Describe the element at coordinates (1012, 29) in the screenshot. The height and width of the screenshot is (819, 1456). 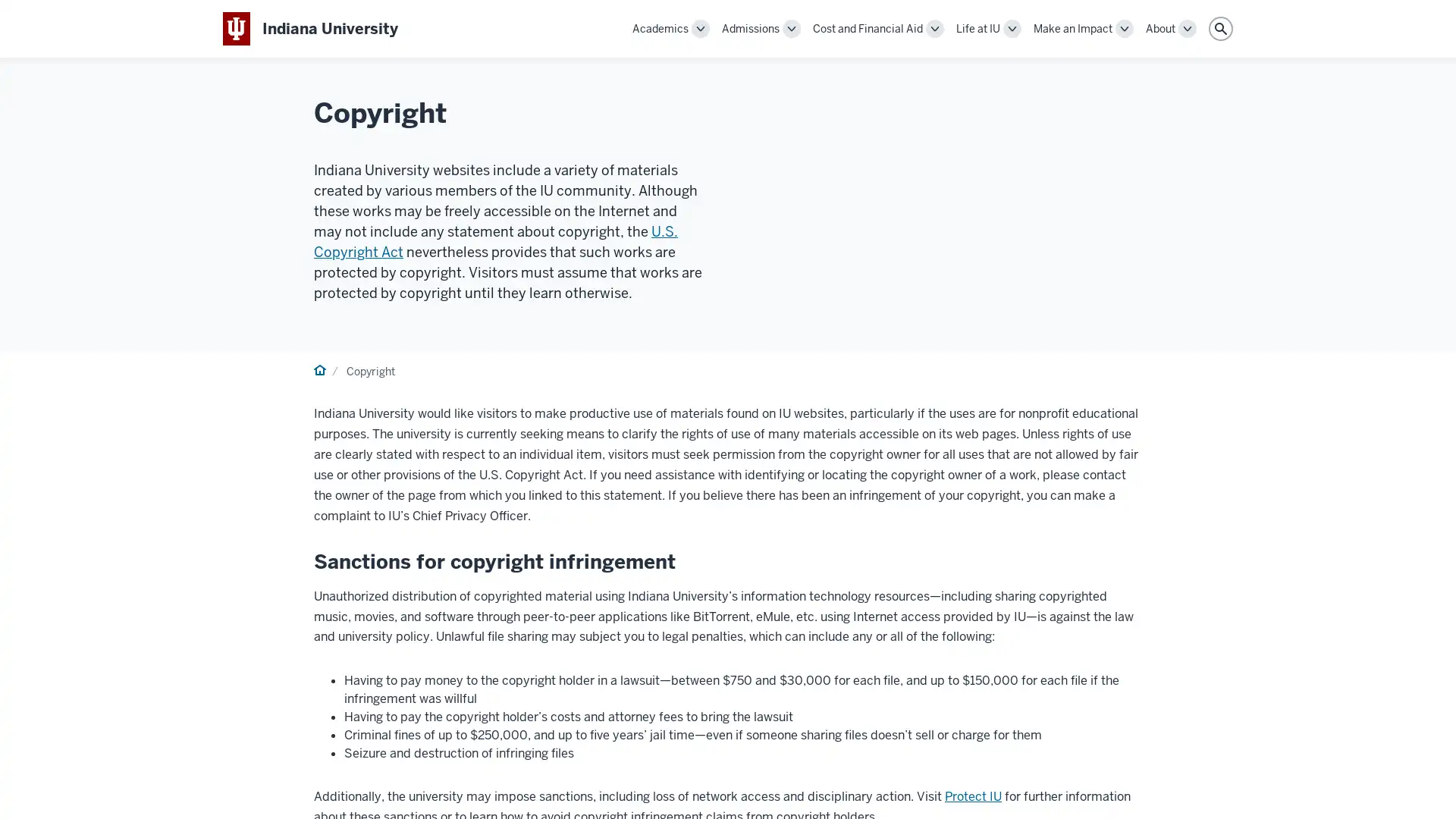
I see `Toggle Life at IU navigation` at that location.